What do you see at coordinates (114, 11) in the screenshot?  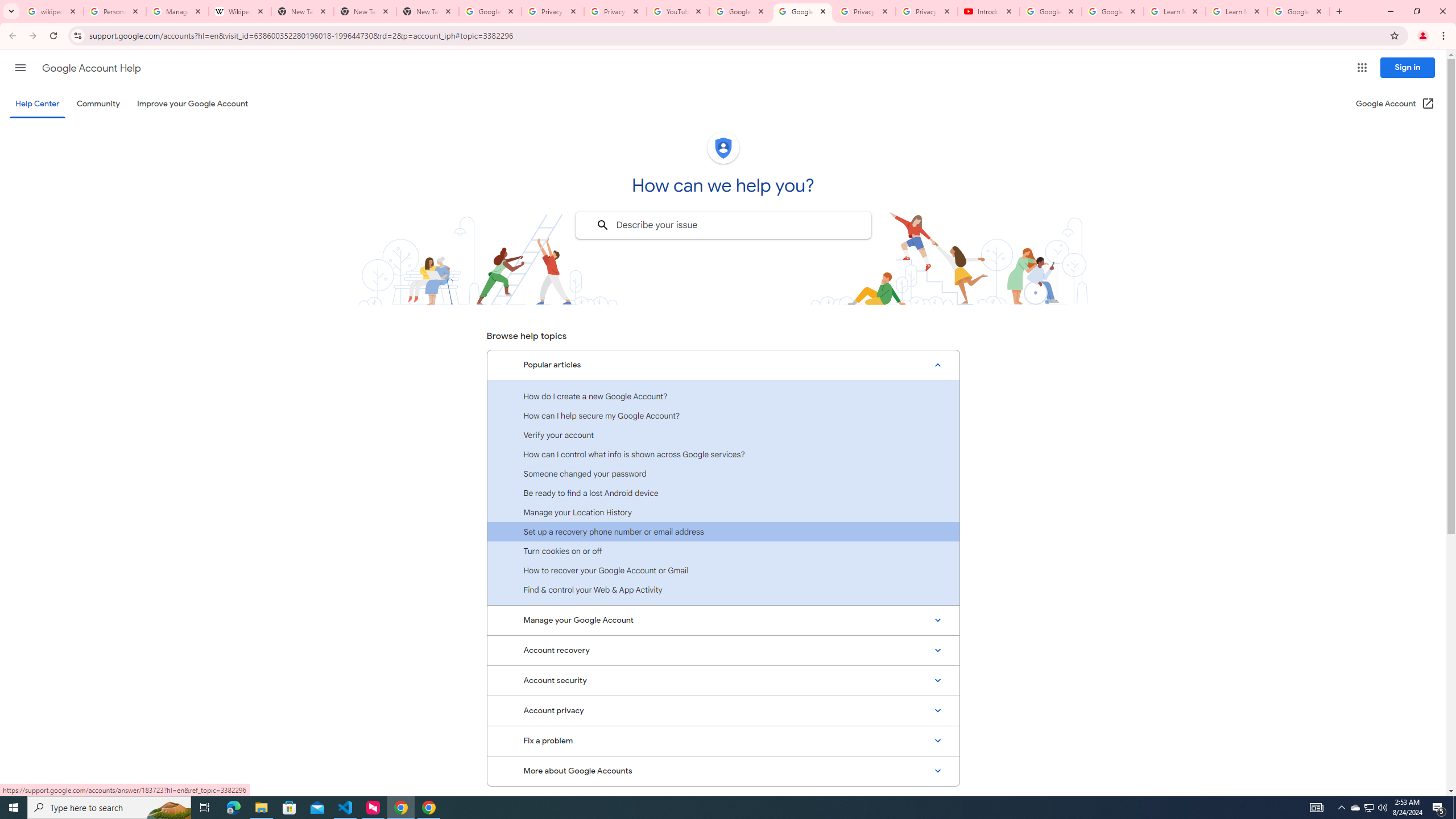 I see `'Personalization & Google Search results - Google Search Help'` at bounding box center [114, 11].